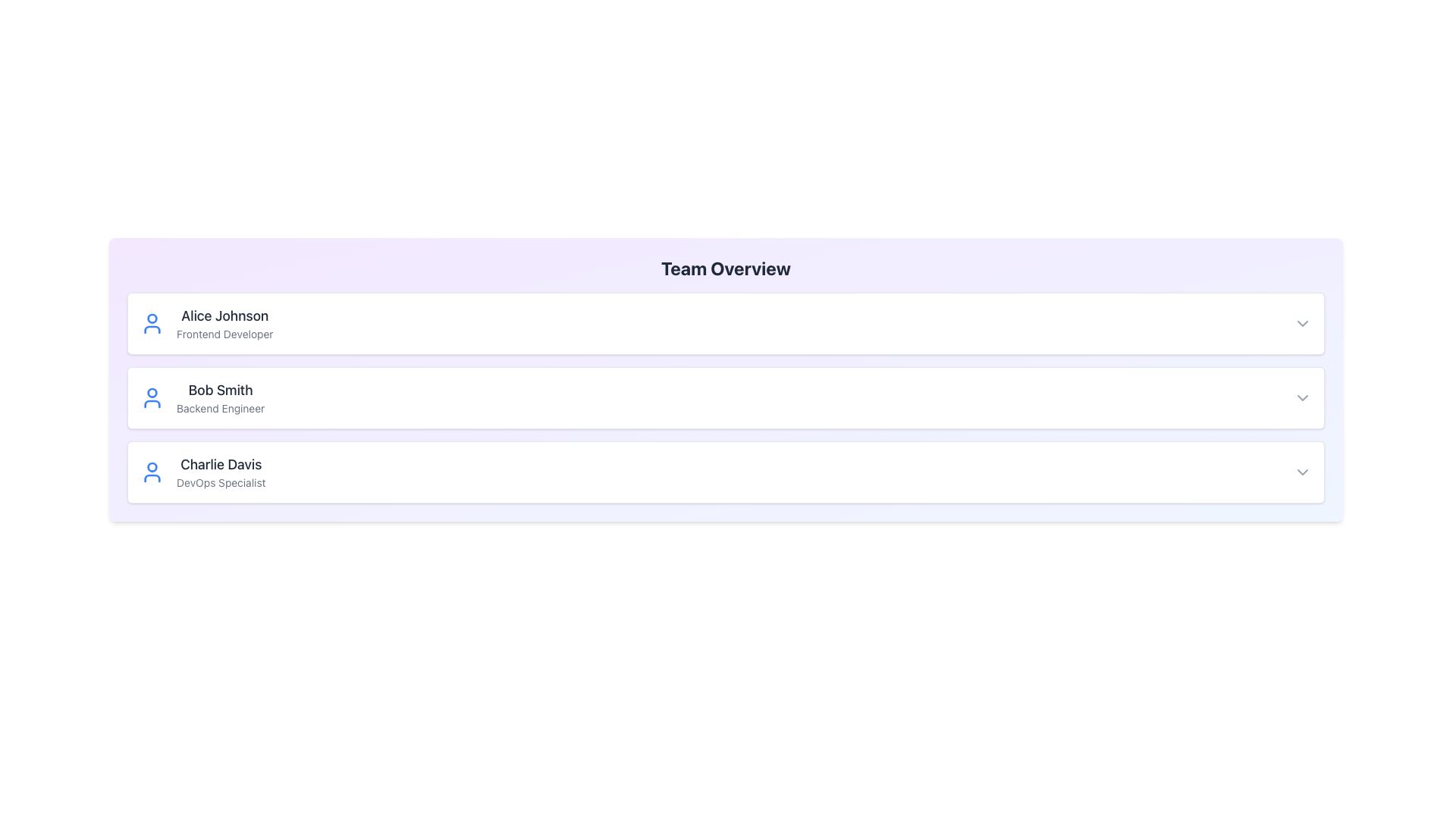 Image resolution: width=1456 pixels, height=819 pixels. Describe the element at coordinates (220, 390) in the screenshot. I see `name displayed in the text label 'Bob Smith', which is styled with a larger font size and bold text, located within a card component as the primary title above the subtitle 'Backend Engineer'` at that location.